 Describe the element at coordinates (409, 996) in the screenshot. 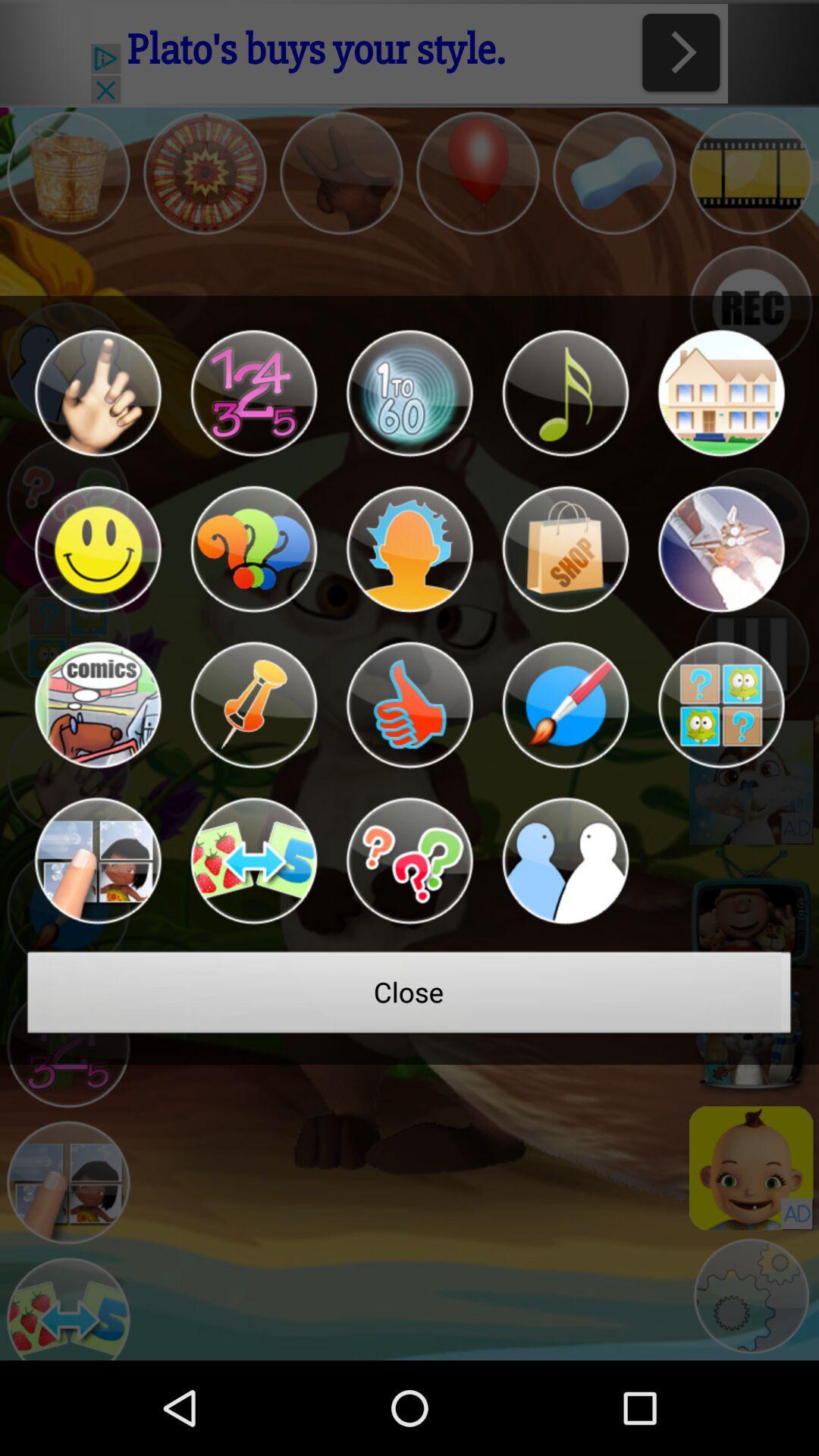

I see `the close at the bottom` at that location.